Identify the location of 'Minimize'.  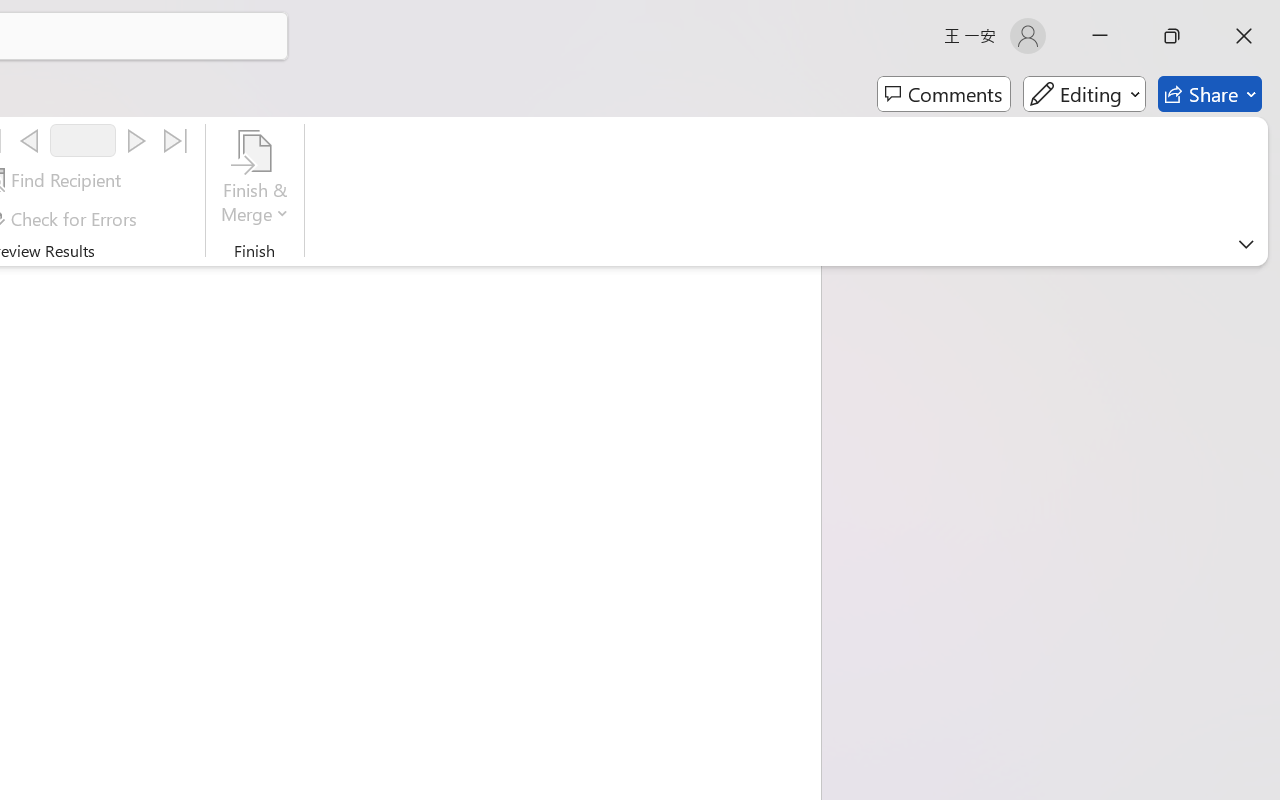
(1099, 35).